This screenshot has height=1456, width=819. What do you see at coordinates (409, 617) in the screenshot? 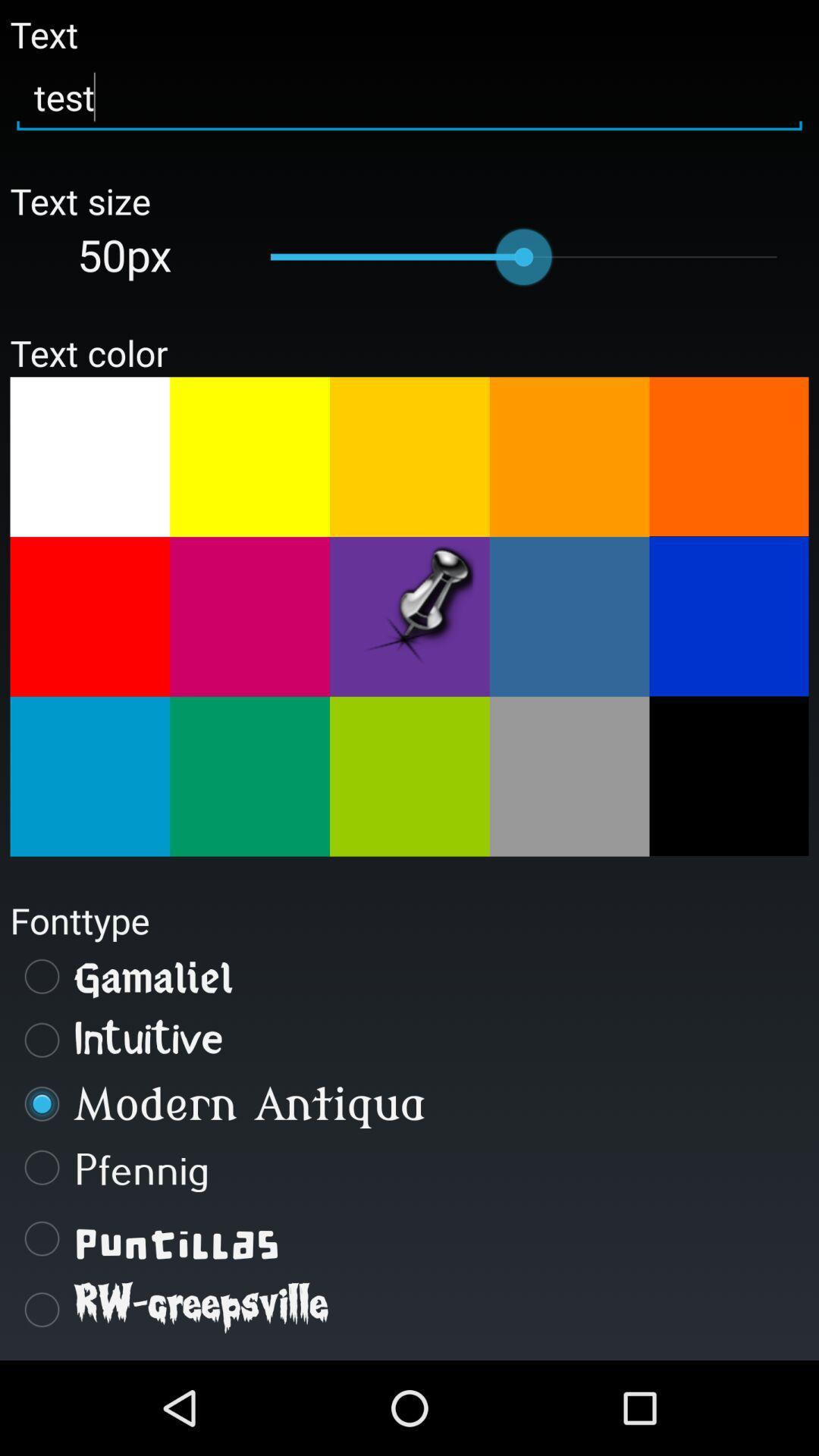
I see `pin color` at bounding box center [409, 617].